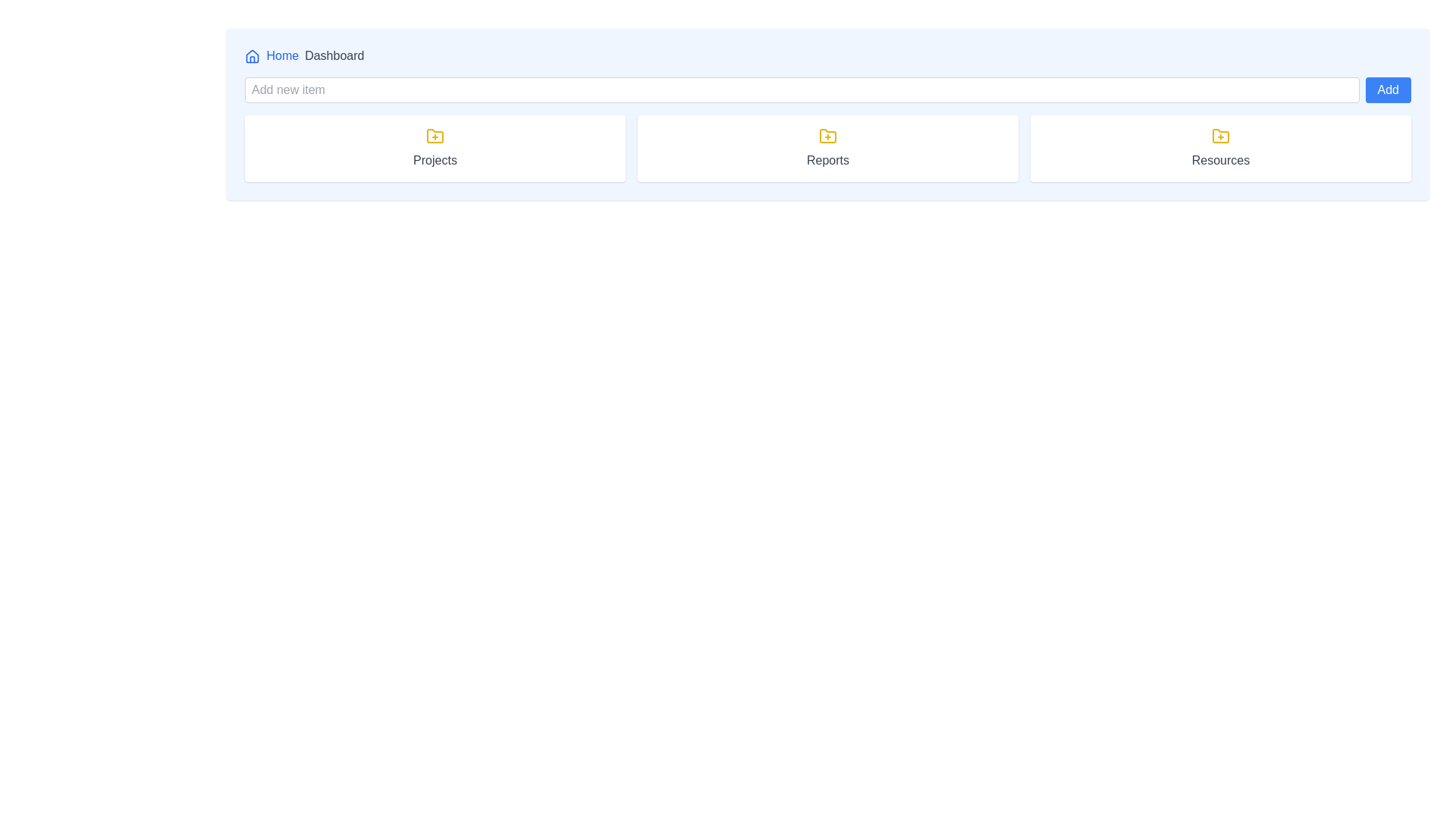 Image resolution: width=1456 pixels, height=819 pixels. I want to click on the 'Projects' text label, which displays the text in gray below a yellow folder icon, located in the lower central part of a white card with a faint shadow, so click(435, 161).